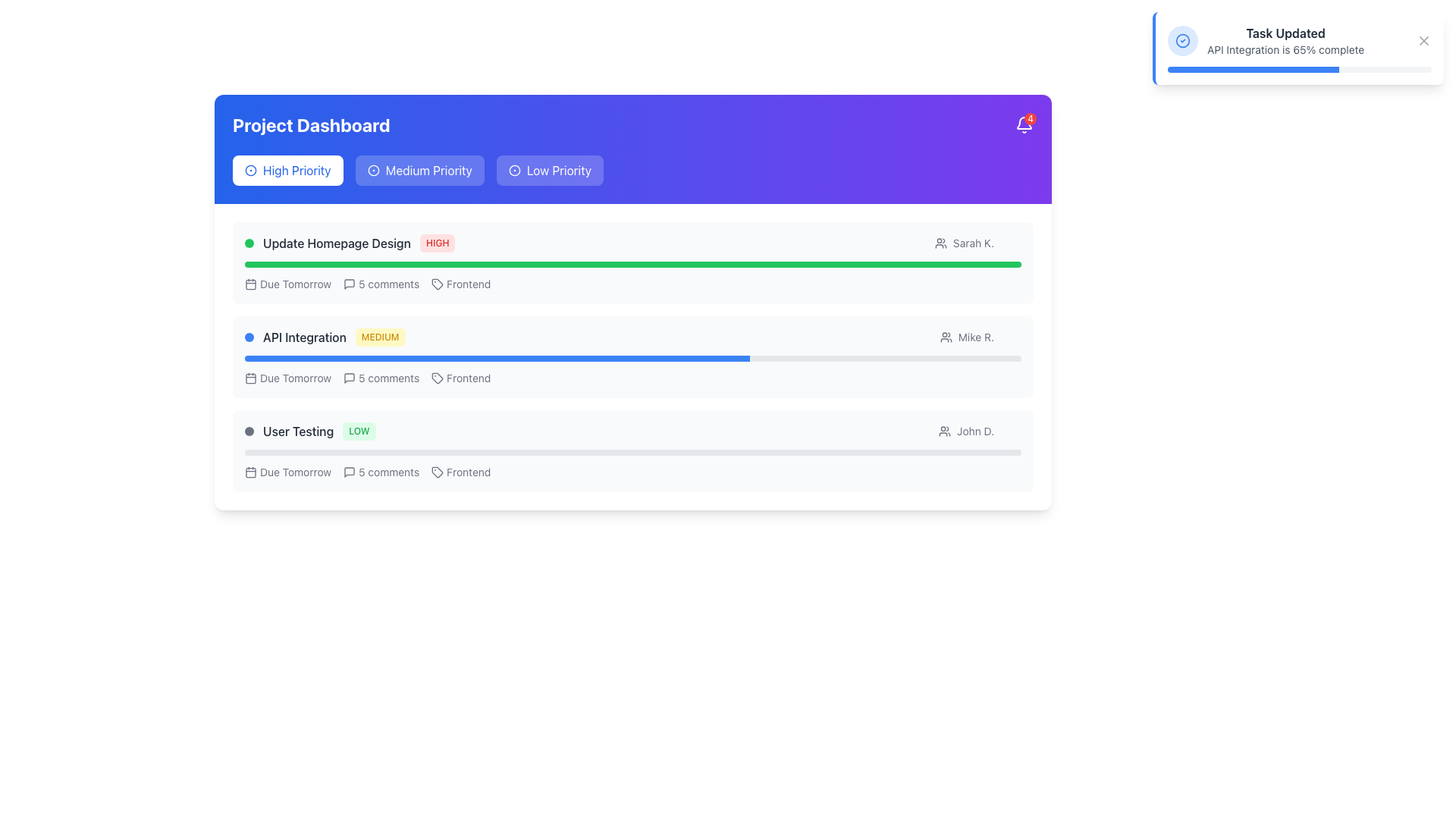  Describe the element at coordinates (978, 242) in the screenshot. I see `the user group icon next to the text 'Sarah K.' in the top-right section of the 'Update Homepage Design' row in the 'Project Dashboard'` at that location.